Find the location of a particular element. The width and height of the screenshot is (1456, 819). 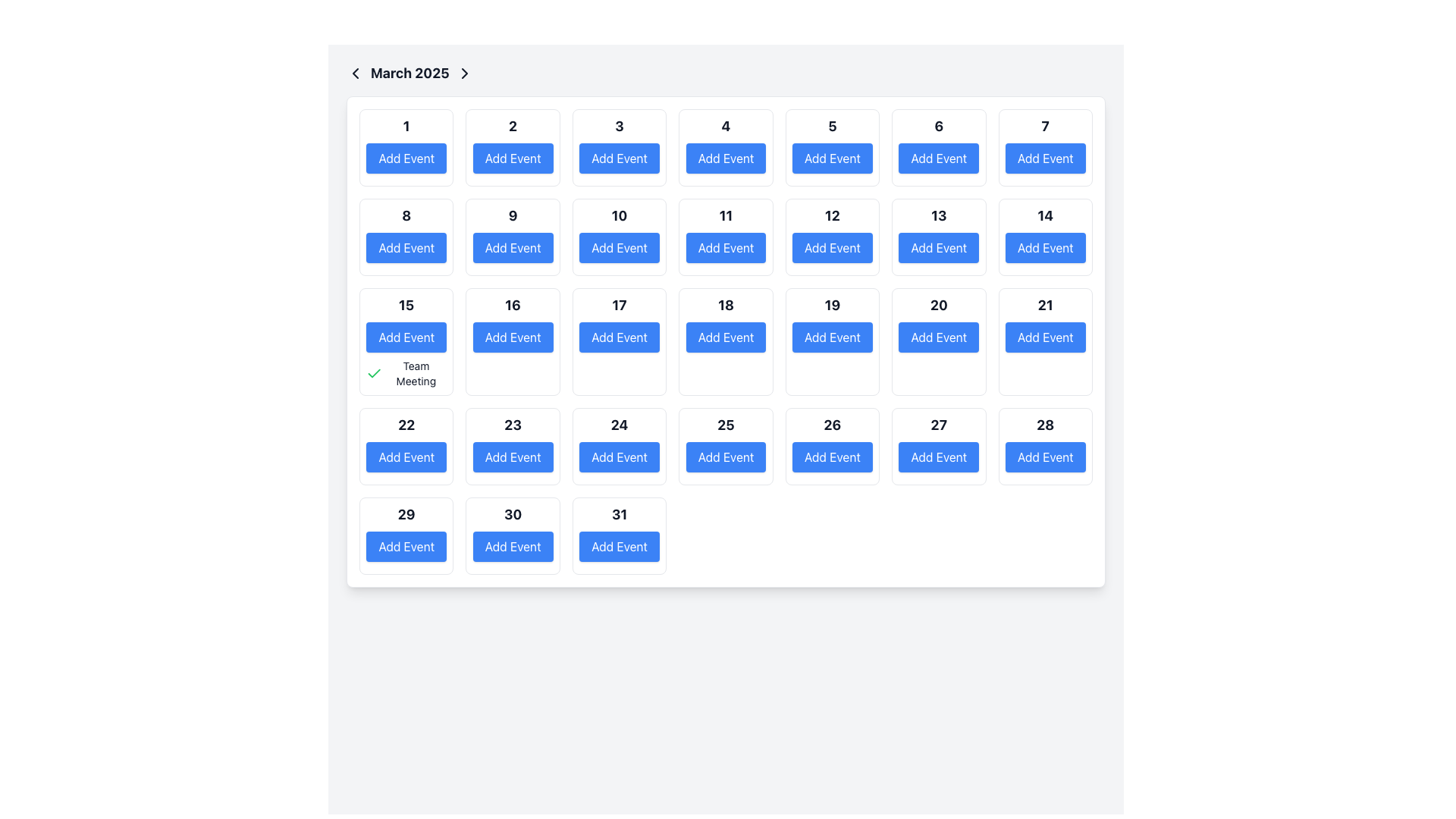

the static text displaying the date '19' in the sixth row and fourth column of the calendar interface is located at coordinates (831, 305).